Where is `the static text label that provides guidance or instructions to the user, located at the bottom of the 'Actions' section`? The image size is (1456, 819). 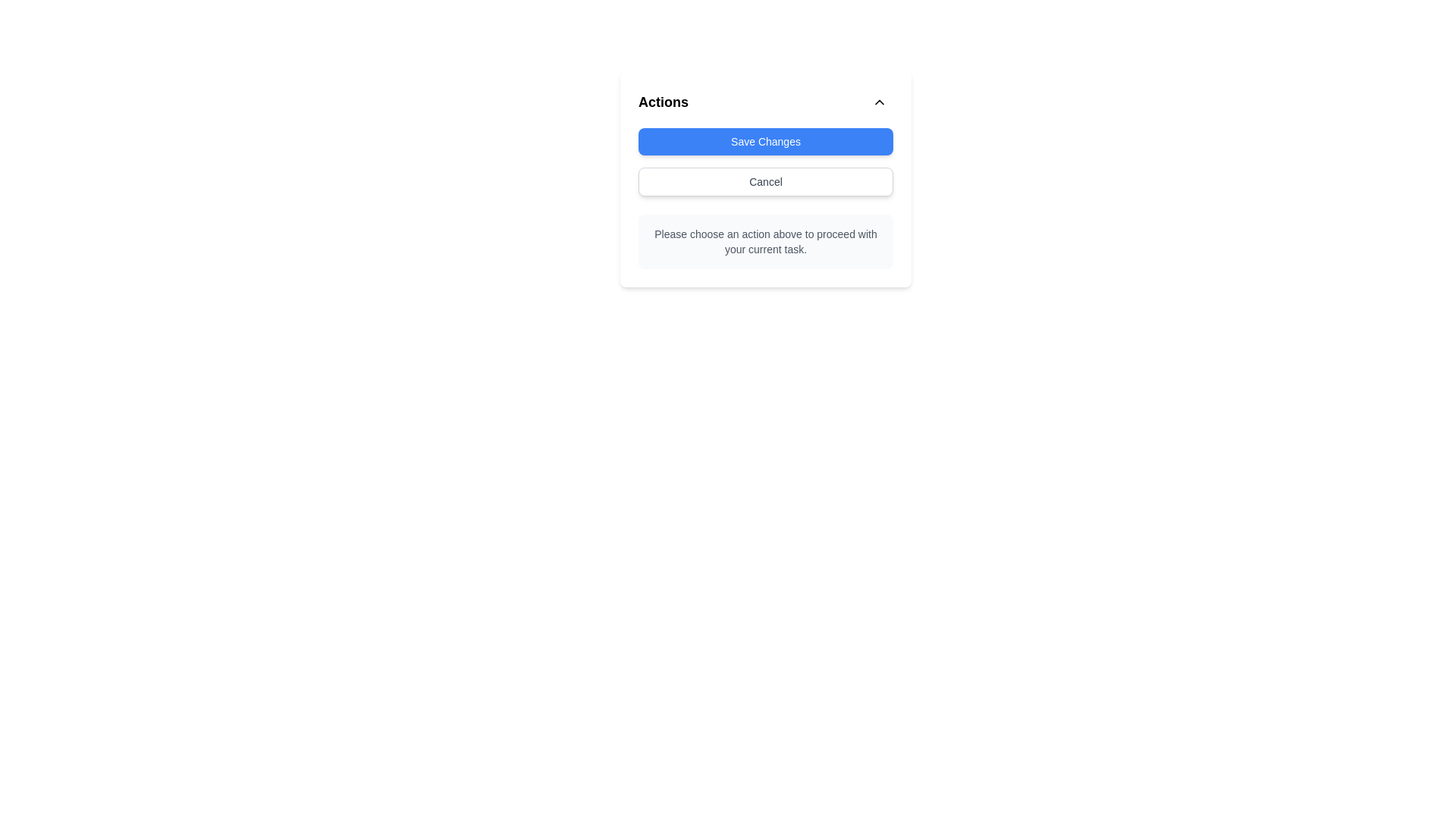 the static text label that provides guidance or instructions to the user, located at the bottom of the 'Actions' section is located at coordinates (765, 241).